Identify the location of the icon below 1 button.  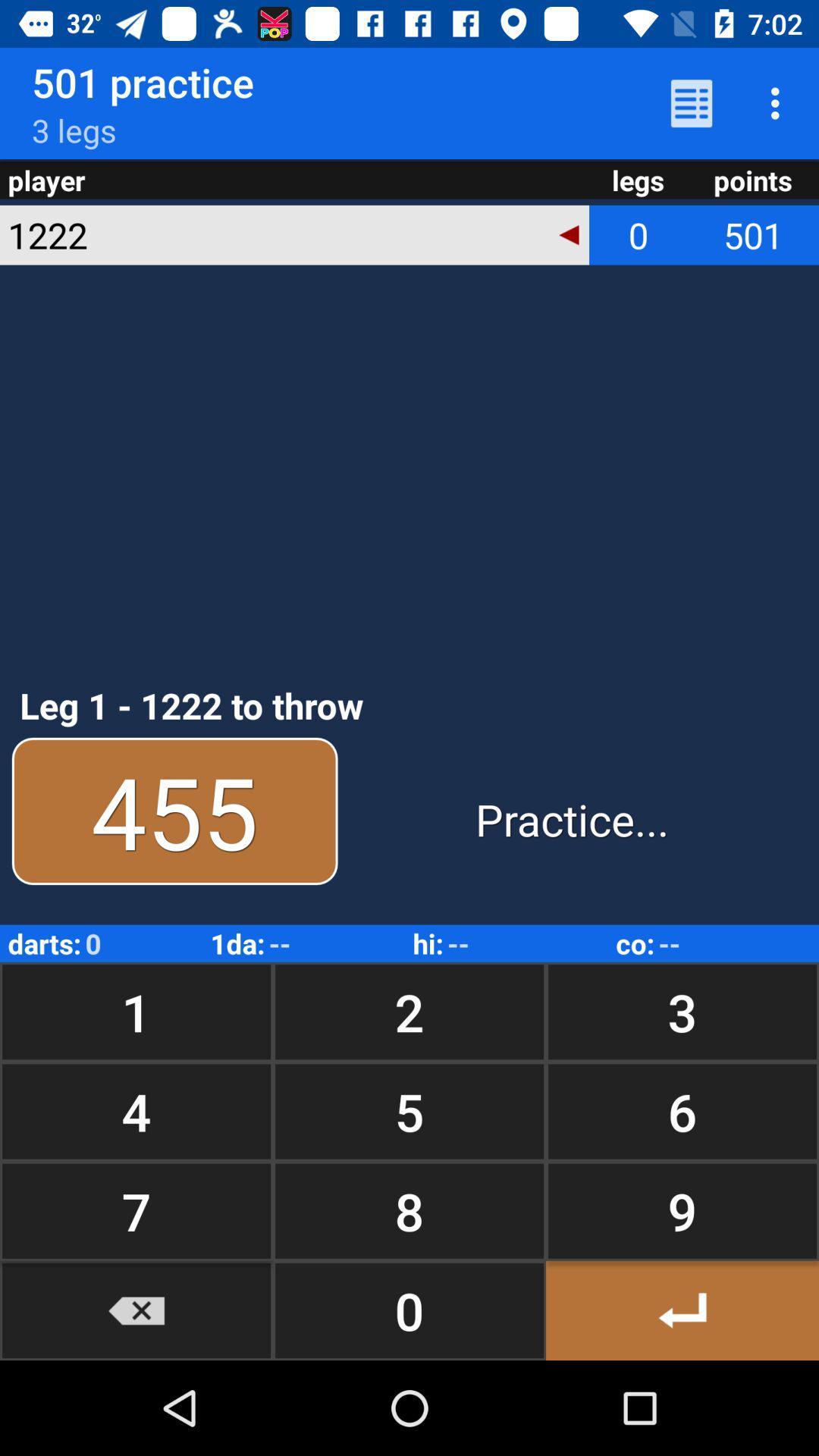
(409, 1111).